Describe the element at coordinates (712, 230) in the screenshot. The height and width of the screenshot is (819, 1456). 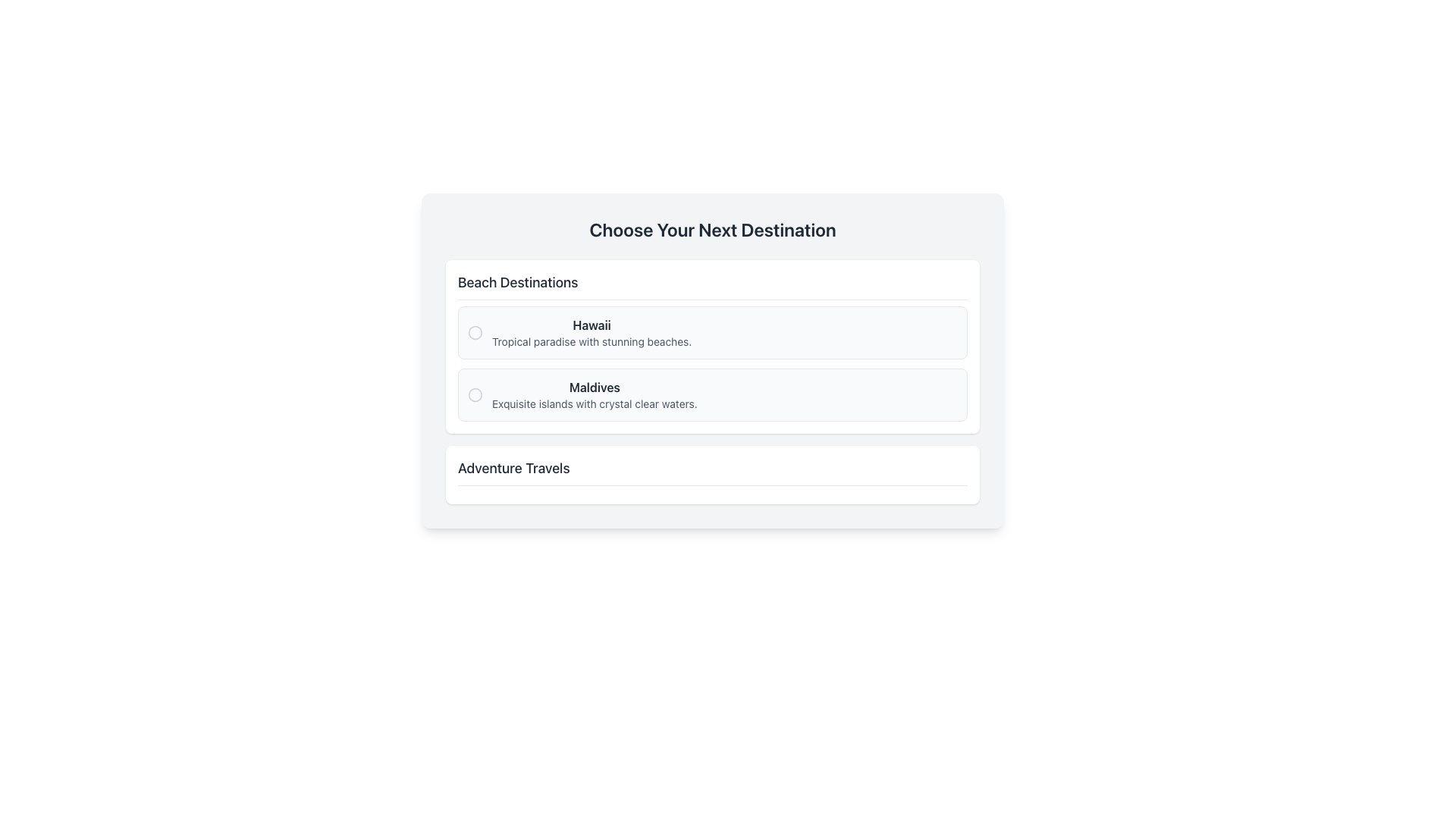
I see `the text header that reads 'Choose Your Next Destination', which is styled in bold and large font, located at the top center of the content card` at that location.